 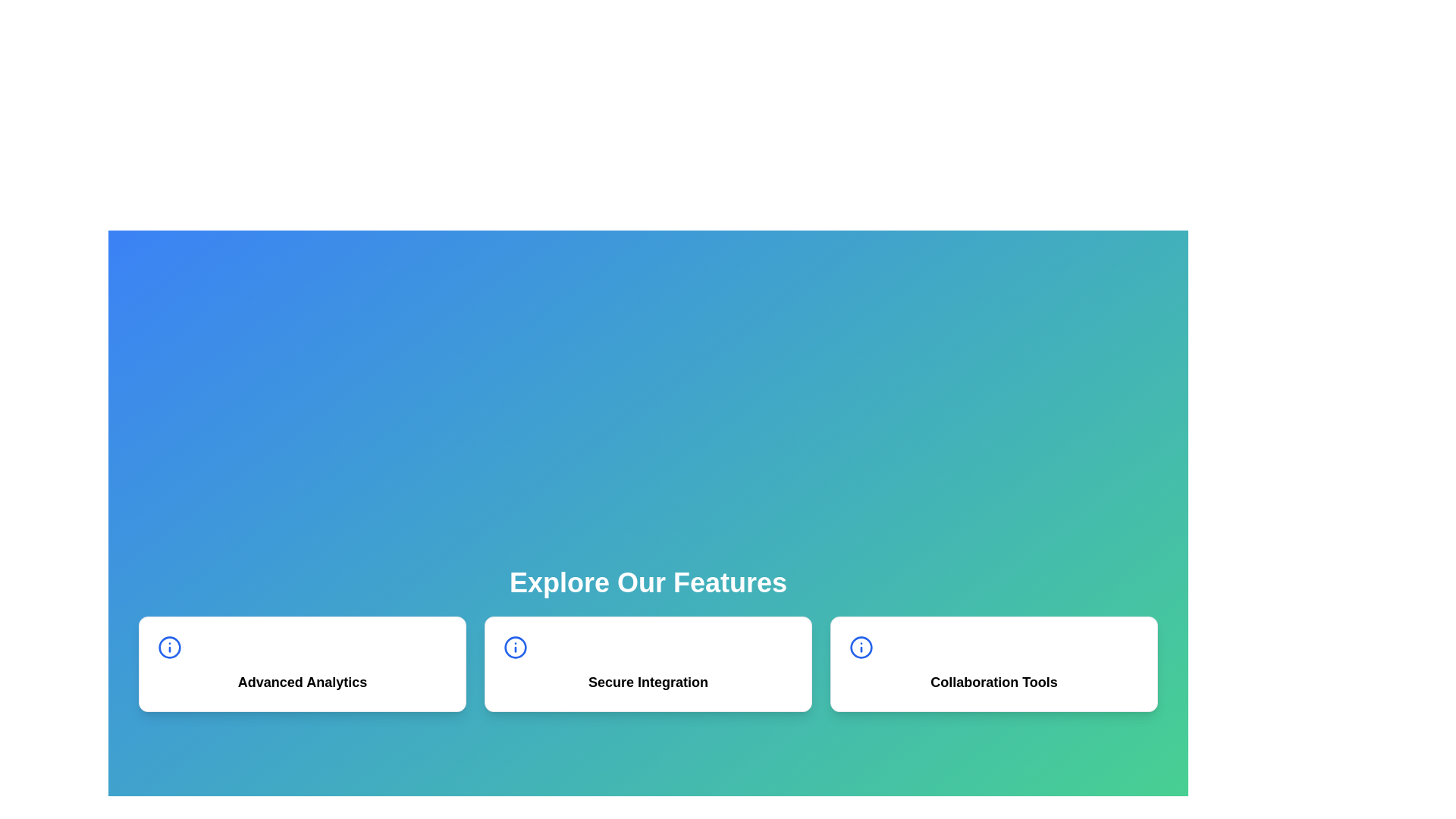 I want to click on the visual element, a circle within the 'Collaboration Tools' card's SVG graphic, which represents part of an information icon, so click(x=861, y=647).